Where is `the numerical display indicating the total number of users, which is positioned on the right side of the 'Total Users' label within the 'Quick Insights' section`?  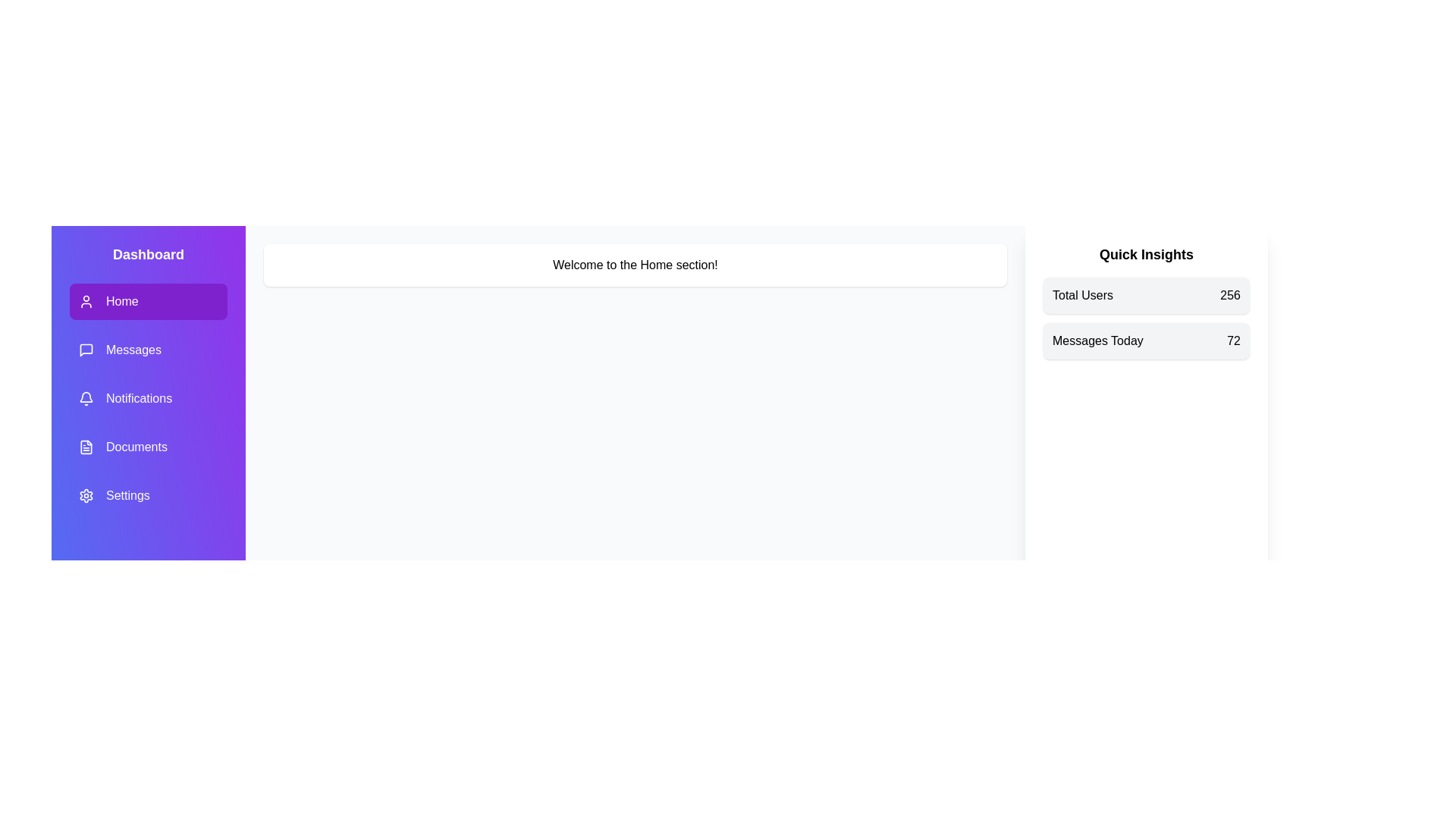 the numerical display indicating the total number of users, which is positioned on the right side of the 'Total Users' label within the 'Quick Insights' section is located at coordinates (1230, 295).